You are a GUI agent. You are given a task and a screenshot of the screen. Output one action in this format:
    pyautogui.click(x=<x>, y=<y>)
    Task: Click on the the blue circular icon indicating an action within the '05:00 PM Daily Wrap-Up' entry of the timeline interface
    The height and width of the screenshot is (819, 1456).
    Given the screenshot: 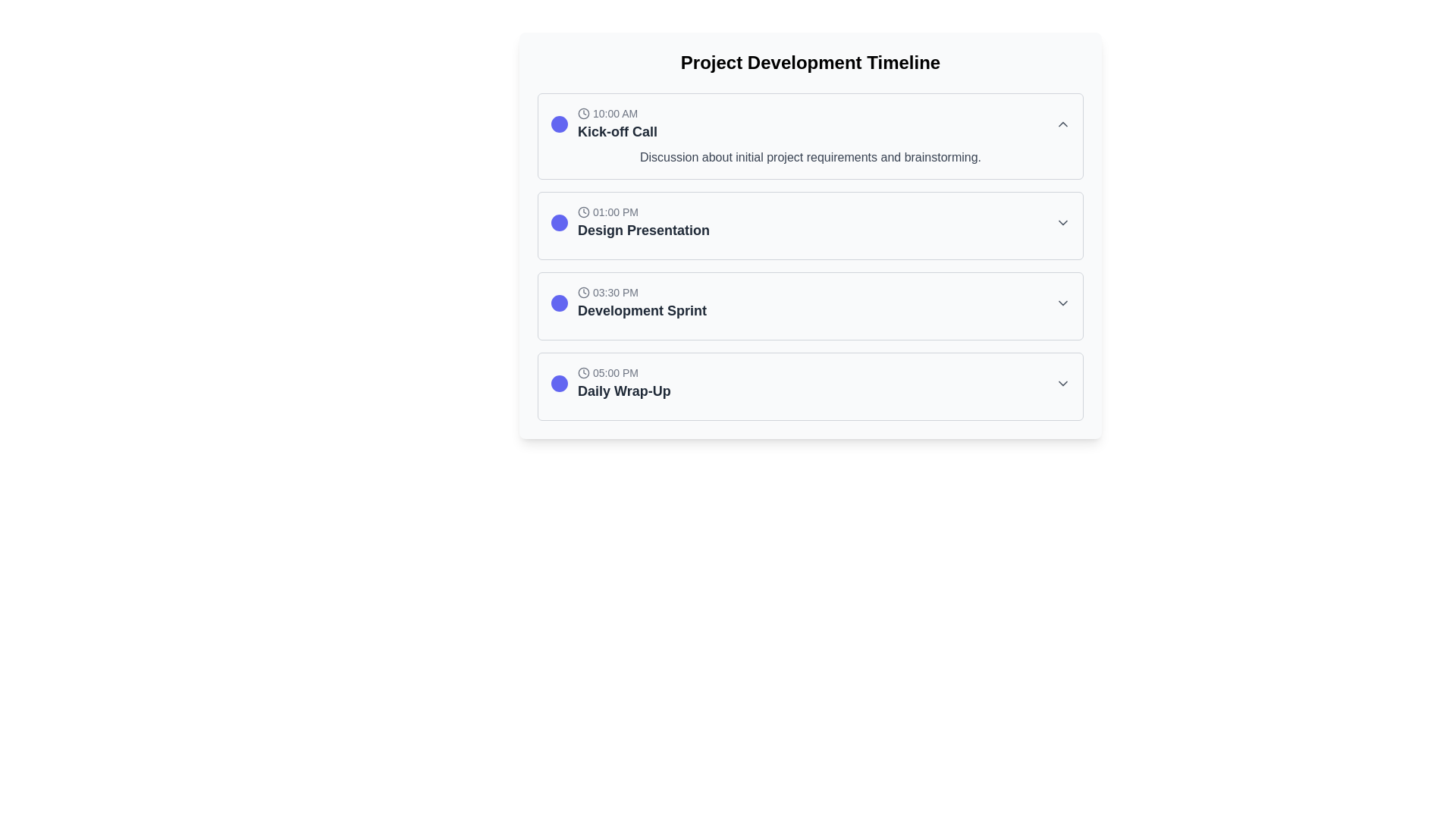 What is the action you would take?
    pyautogui.click(x=559, y=382)
    